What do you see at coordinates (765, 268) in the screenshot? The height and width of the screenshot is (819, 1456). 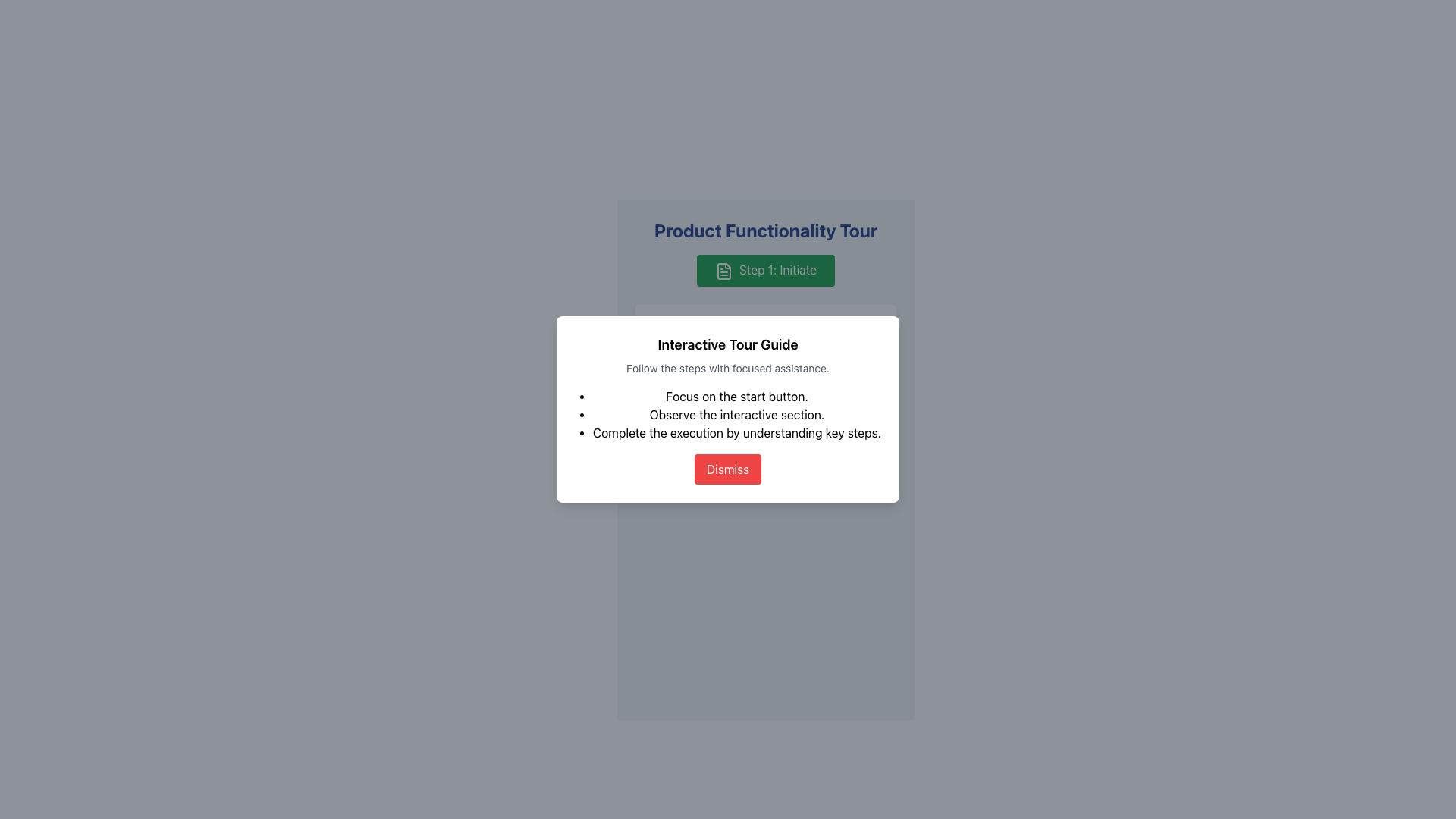 I see `the button labeled 'Product Functionality Tour' to initiate the first step of the process` at bounding box center [765, 268].